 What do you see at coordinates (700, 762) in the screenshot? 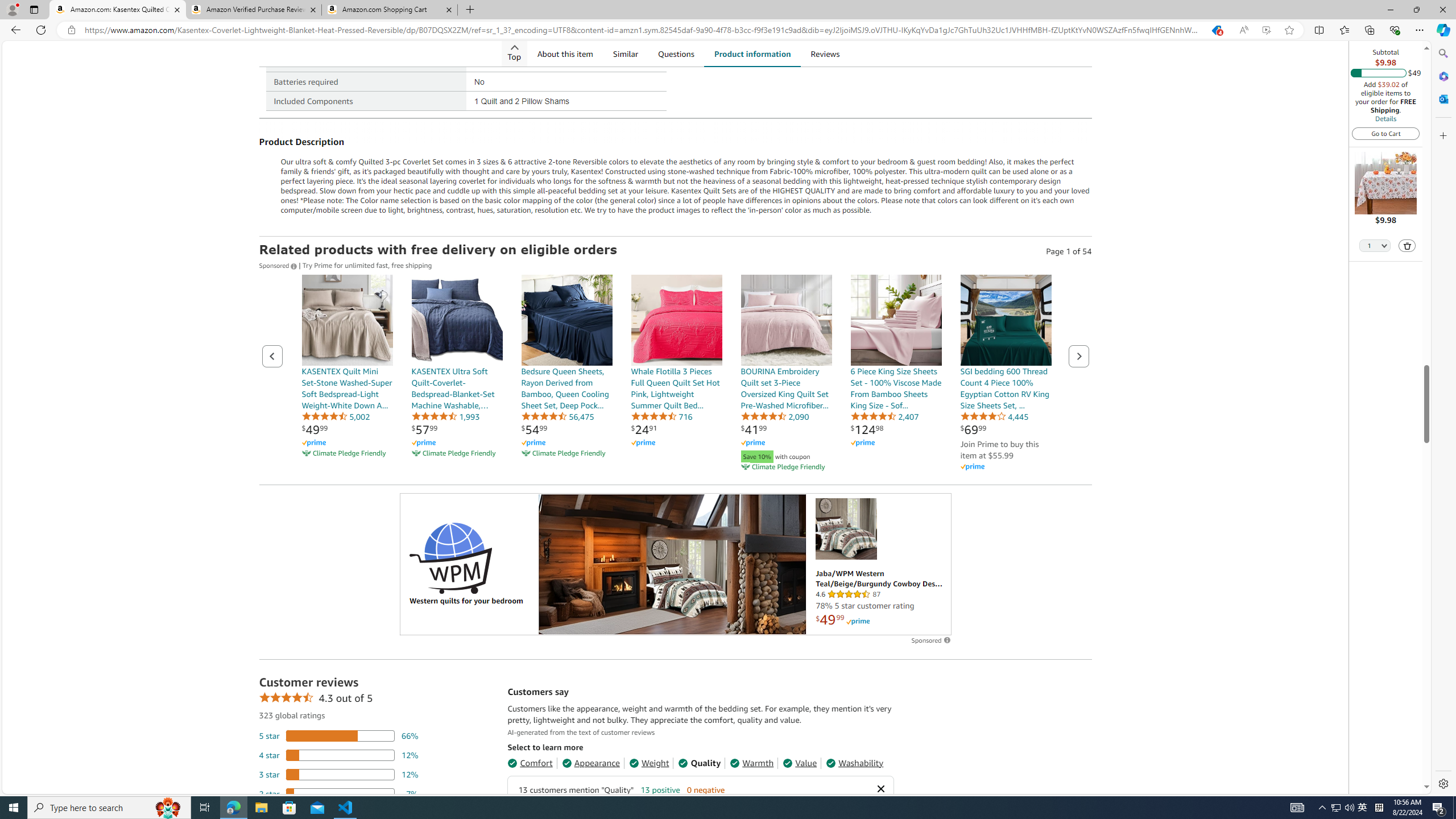
I see `'Quality'` at bounding box center [700, 762].